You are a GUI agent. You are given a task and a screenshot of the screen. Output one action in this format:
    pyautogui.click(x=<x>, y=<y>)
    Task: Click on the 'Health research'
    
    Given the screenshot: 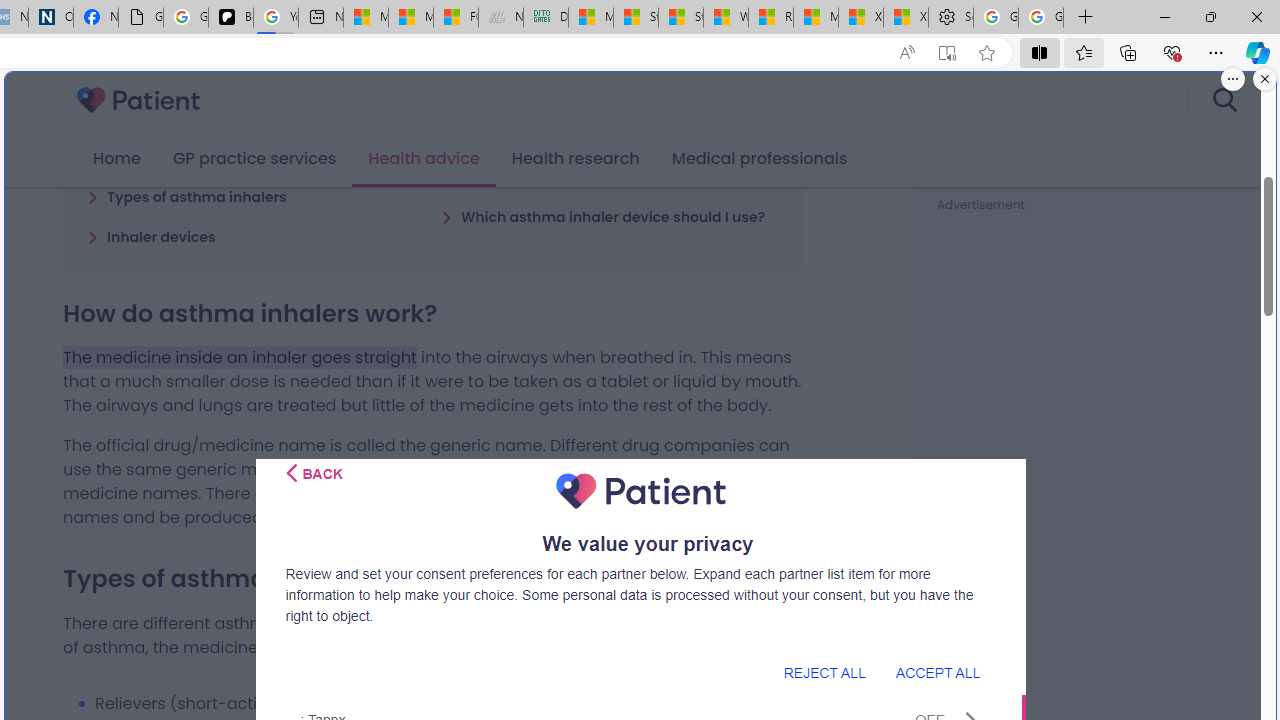 What is the action you would take?
    pyautogui.click(x=574, y=158)
    